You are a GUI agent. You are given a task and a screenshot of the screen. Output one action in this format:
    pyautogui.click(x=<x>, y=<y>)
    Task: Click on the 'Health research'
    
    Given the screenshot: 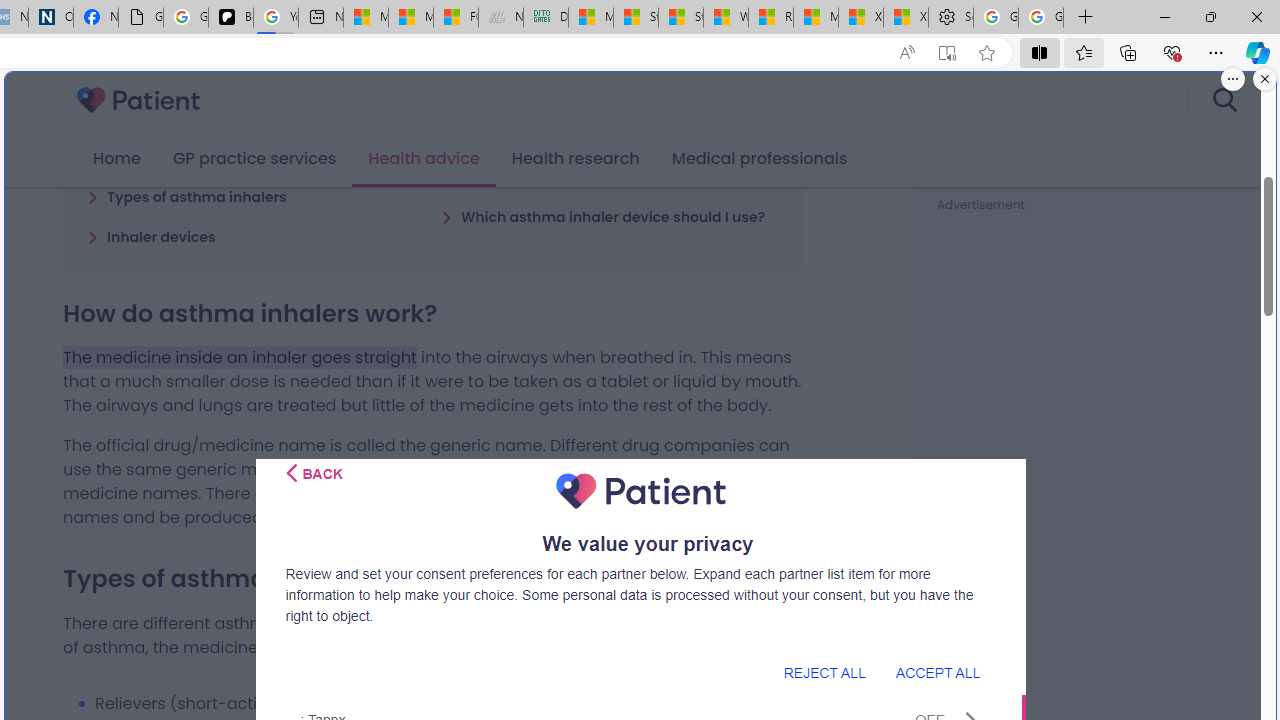 What is the action you would take?
    pyautogui.click(x=574, y=158)
    